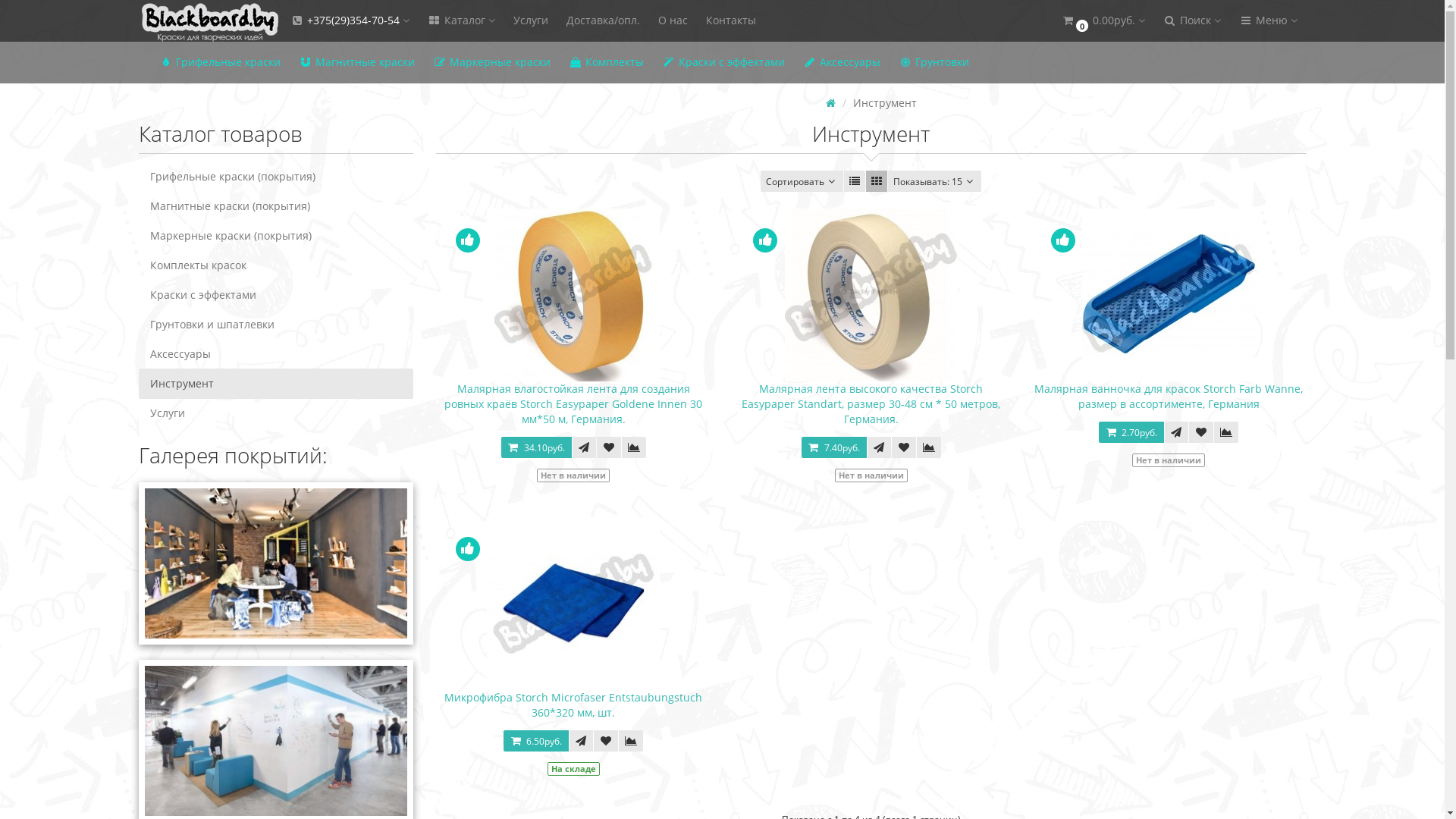 This screenshot has height=819, width=1456. I want to click on '+375(29)354-70-54', so click(348, 20).